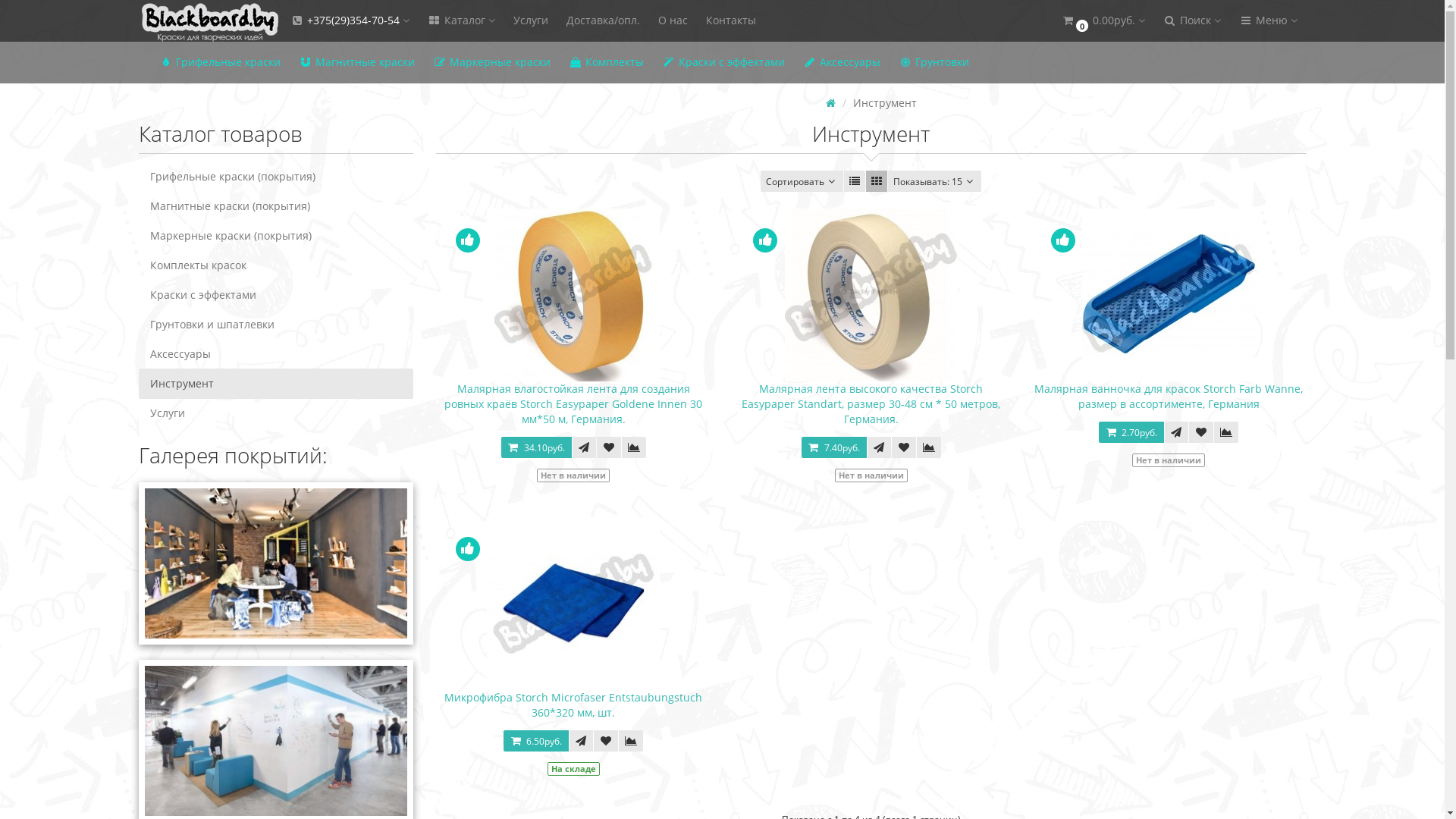 This screenshot has height=819, width=1456. I want to click on '+375(29)354-70-54', so click(348, 20).